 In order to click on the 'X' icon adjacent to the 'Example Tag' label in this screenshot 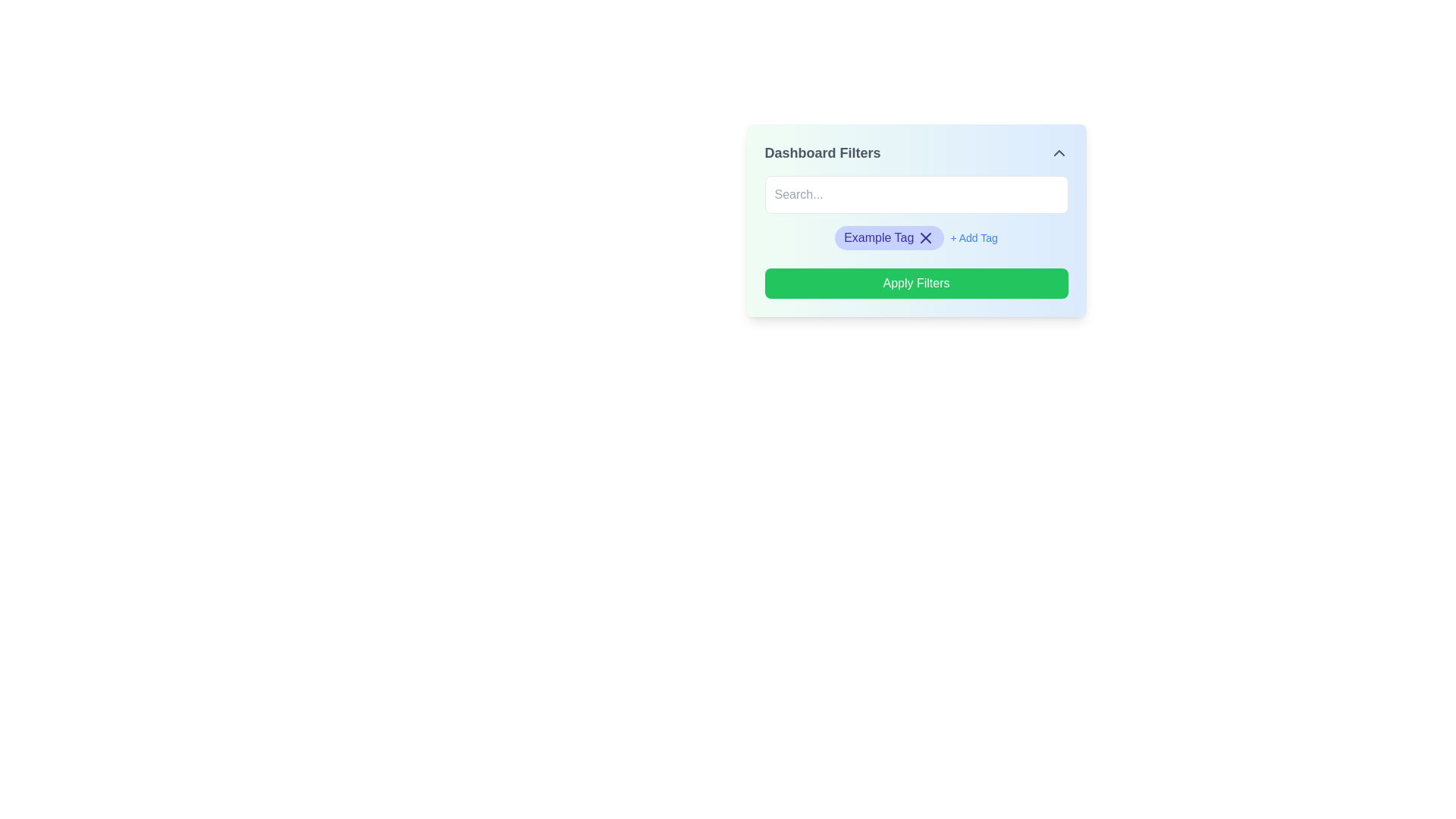, I will do `click(890, 237)`.